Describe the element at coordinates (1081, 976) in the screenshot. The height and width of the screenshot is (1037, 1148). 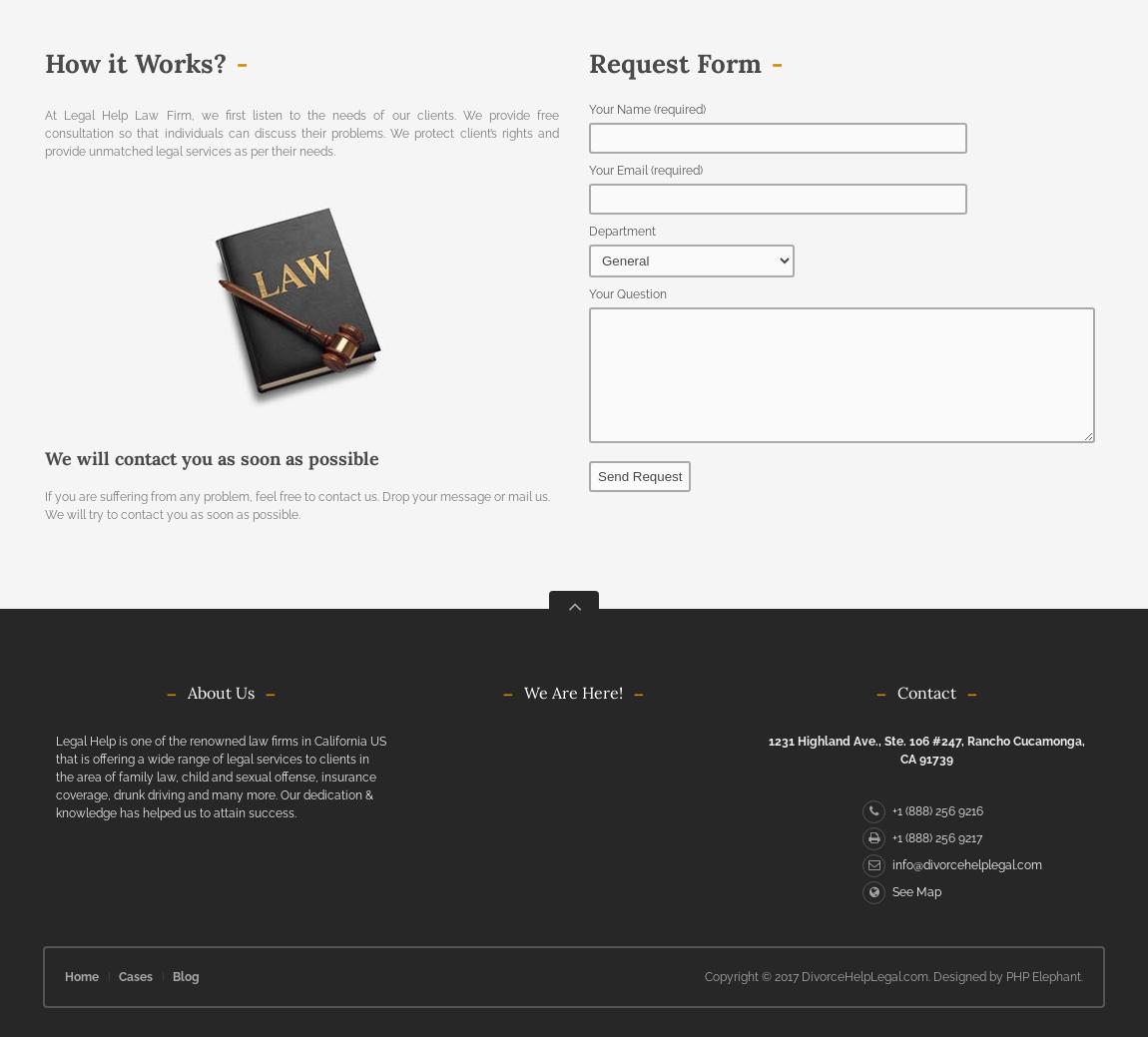
I see `'.'` at that location.